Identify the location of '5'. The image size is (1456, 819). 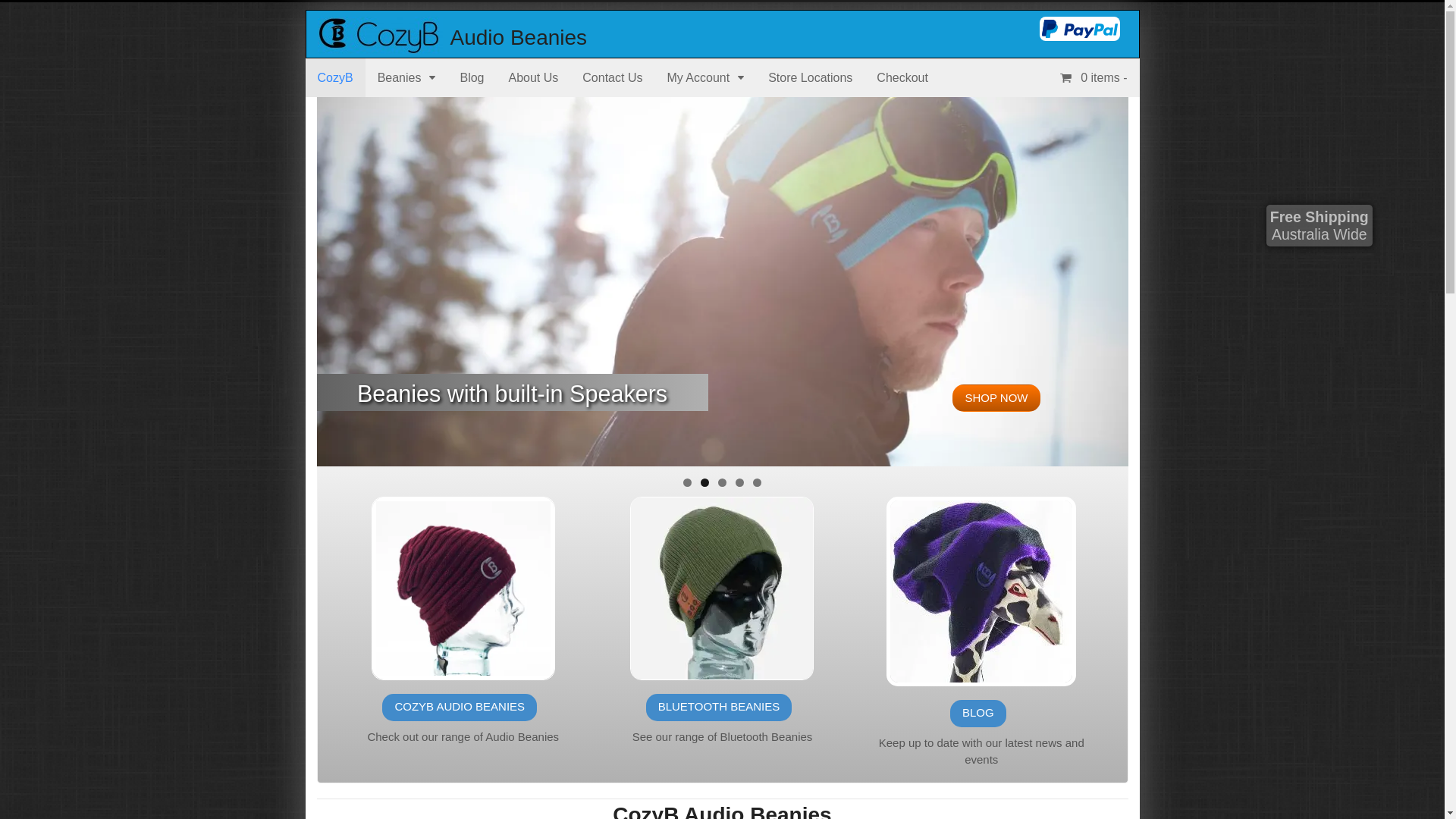
(757, 482).